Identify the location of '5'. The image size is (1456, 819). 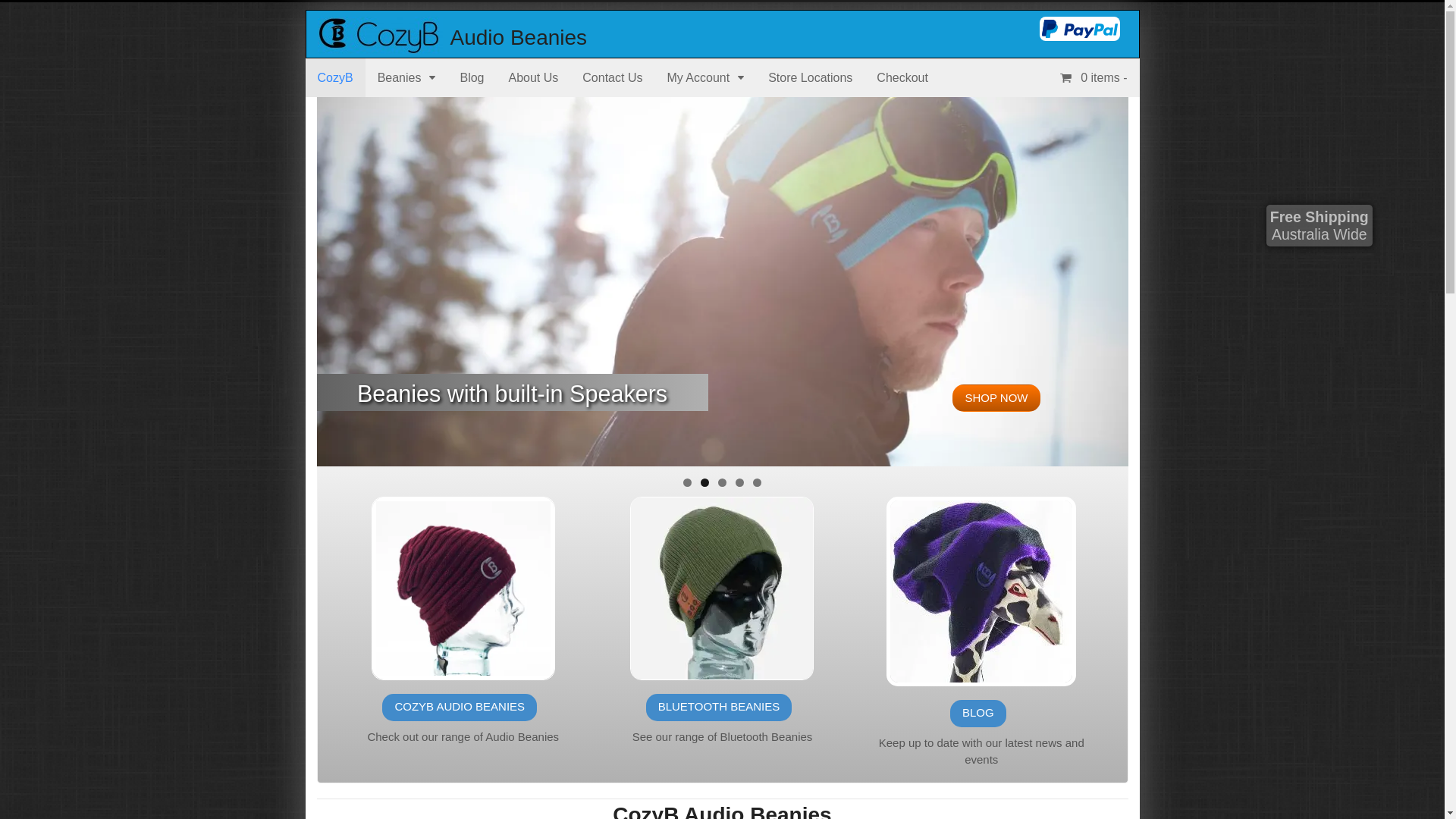
(757, 482).